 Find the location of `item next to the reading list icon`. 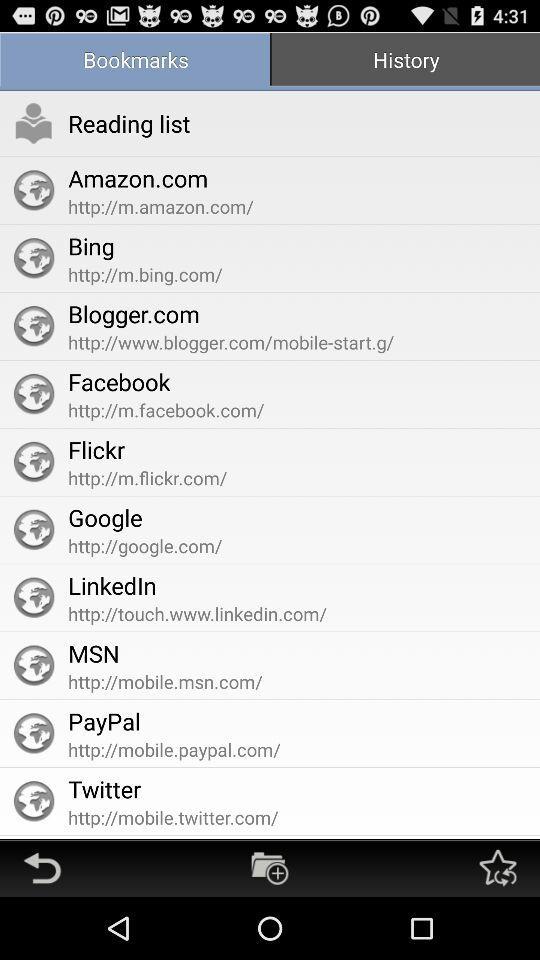

item next to the reading list icon is located at coordinates (33, 122).